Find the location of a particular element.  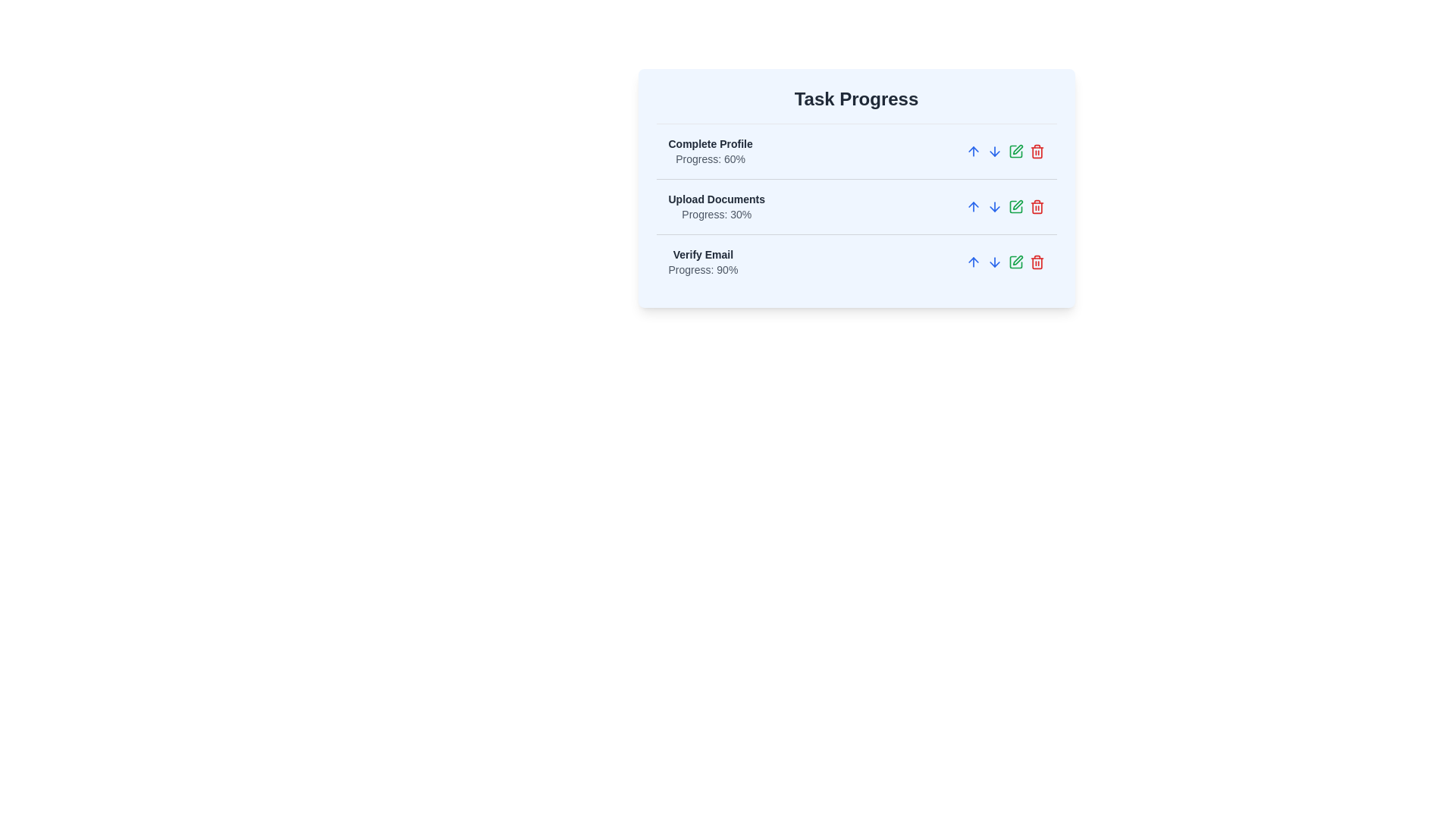

the upward movement button in the task progress area is located at coordinates (973, 152).